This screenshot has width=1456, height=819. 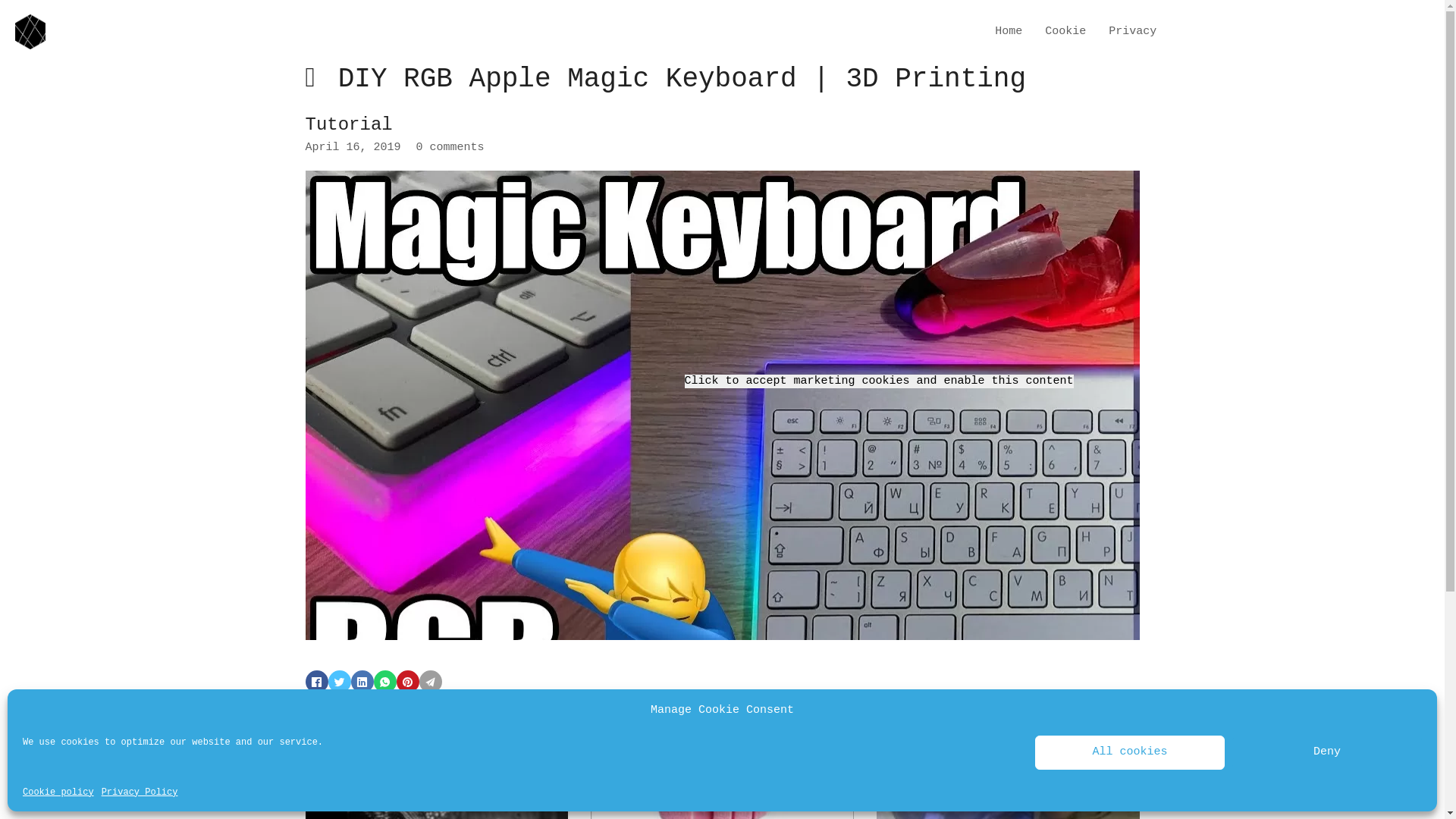 What do you see at coordinates (1109, 32) in the screenshot?
I see `'Privacy'` at bounding box center [1109, 32].